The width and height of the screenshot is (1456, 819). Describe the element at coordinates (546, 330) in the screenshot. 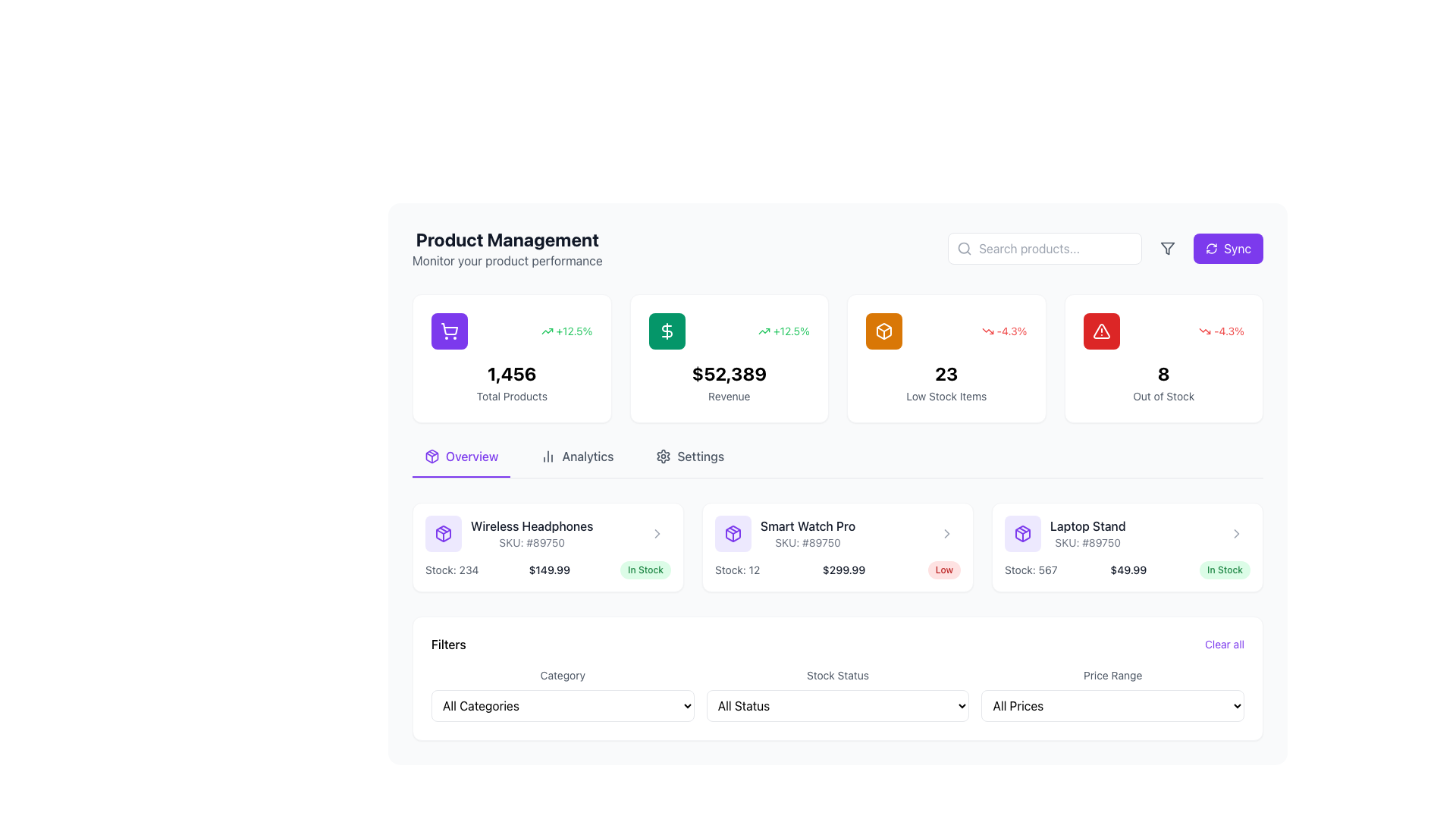

I see `the upward-pointing green icon indicative of trending improvement, located to the left of the text '+12.5%' within the revenue widget` at that location.